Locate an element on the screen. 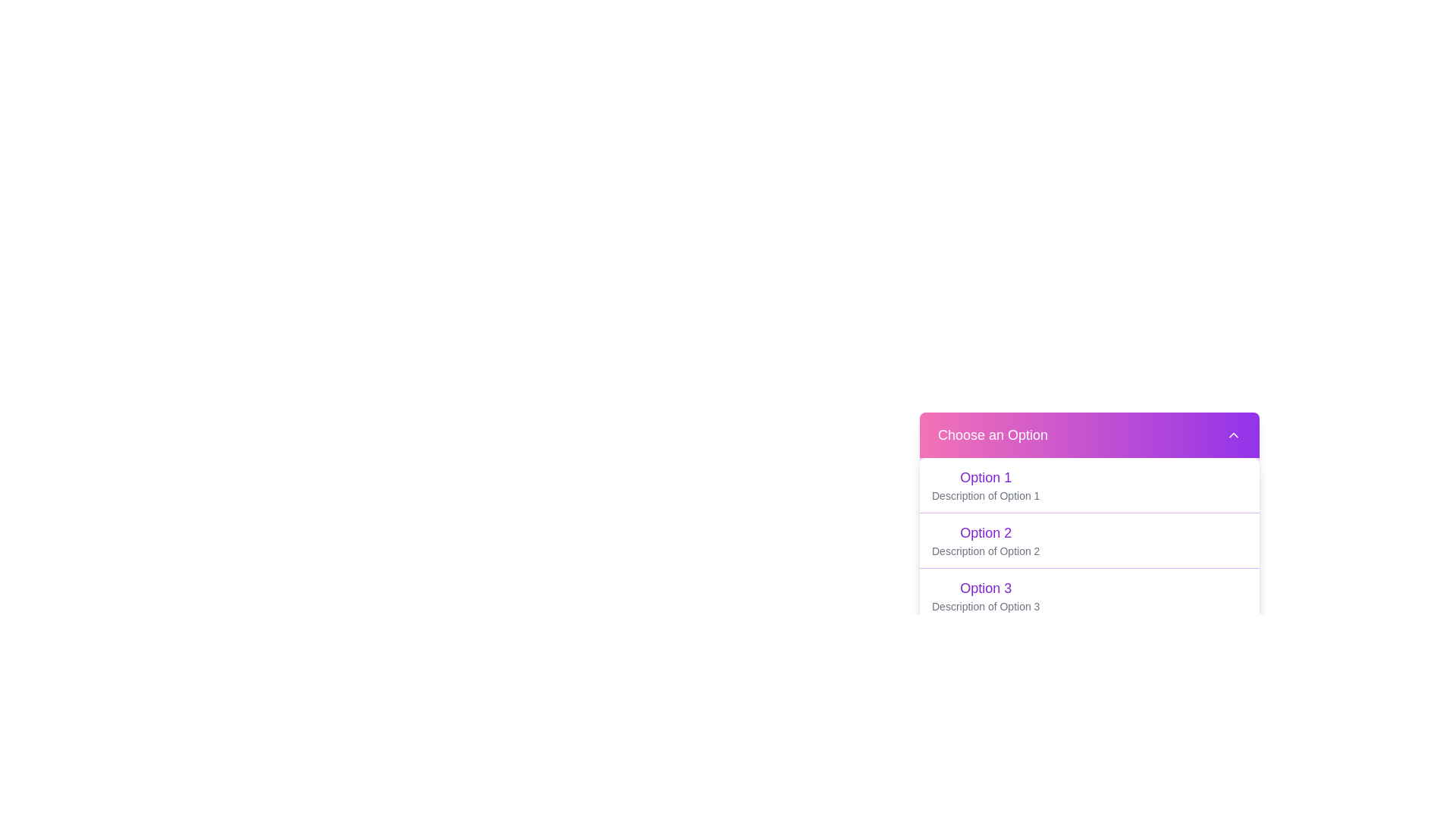 The image size is (1456, 819). the text element displaying 'Description of Option 3' located below 'Option 3' in the dropdown menu is located at coordinates (986, 605).